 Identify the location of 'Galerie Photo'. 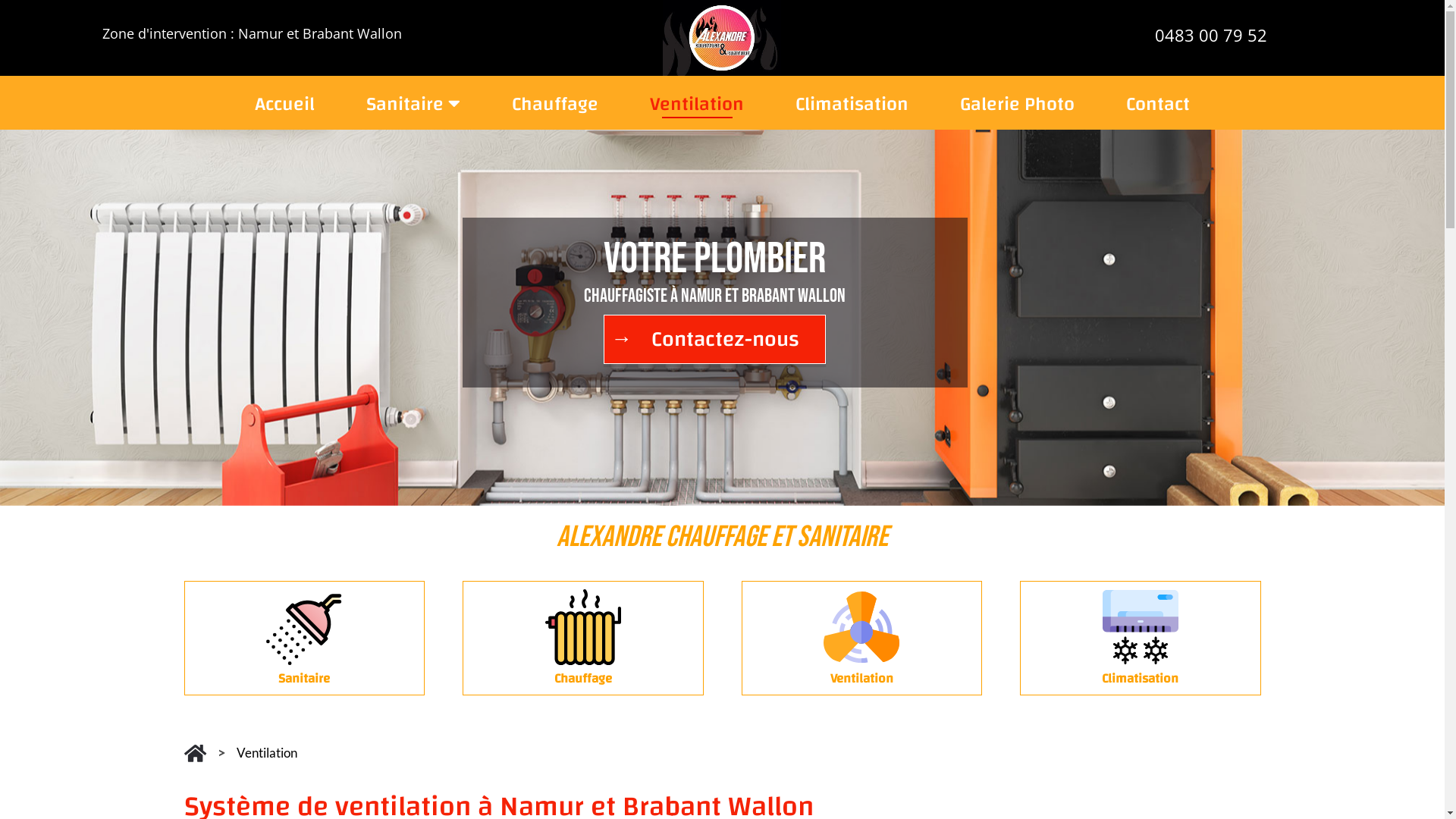
(1017, 108).